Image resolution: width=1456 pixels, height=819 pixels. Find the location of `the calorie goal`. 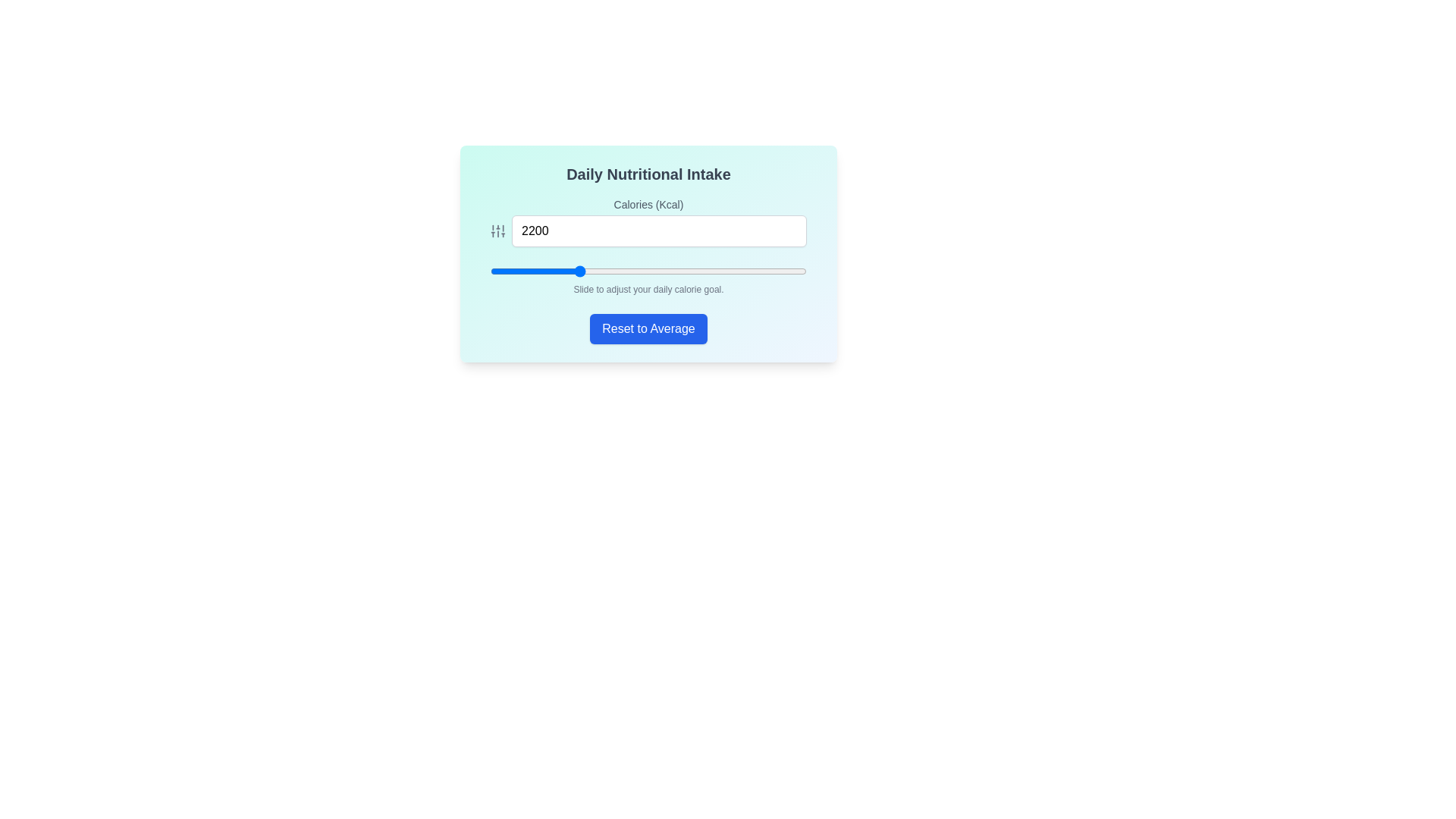

the calorie goal is located at coordinates (505, 271).